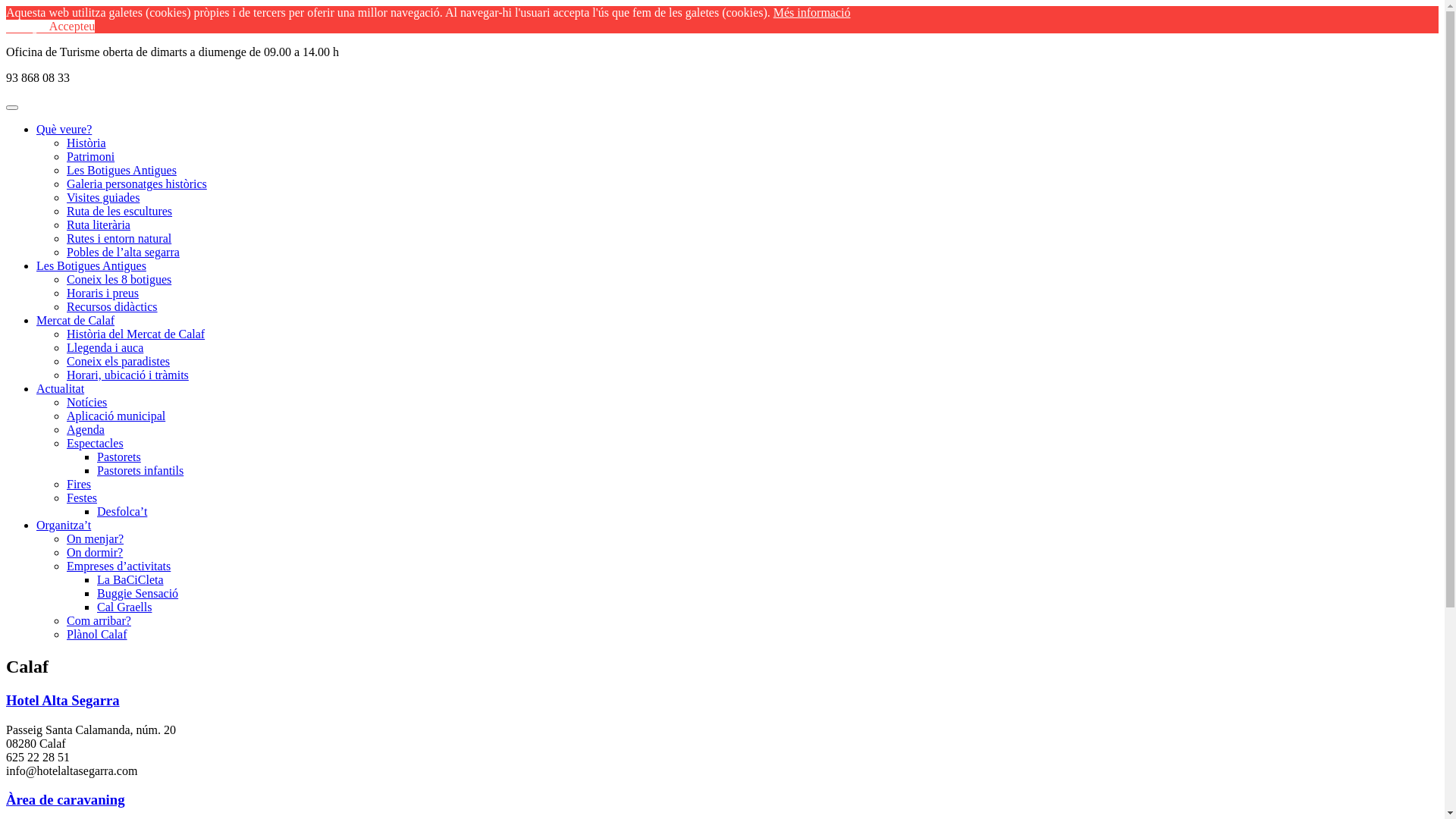 The height and width of the screenshot is (819, 1456). What do you see at coordinates (130, 579) in the screenshot?
I see `'La BaCiCleta'` at bounding box center [130, 579].